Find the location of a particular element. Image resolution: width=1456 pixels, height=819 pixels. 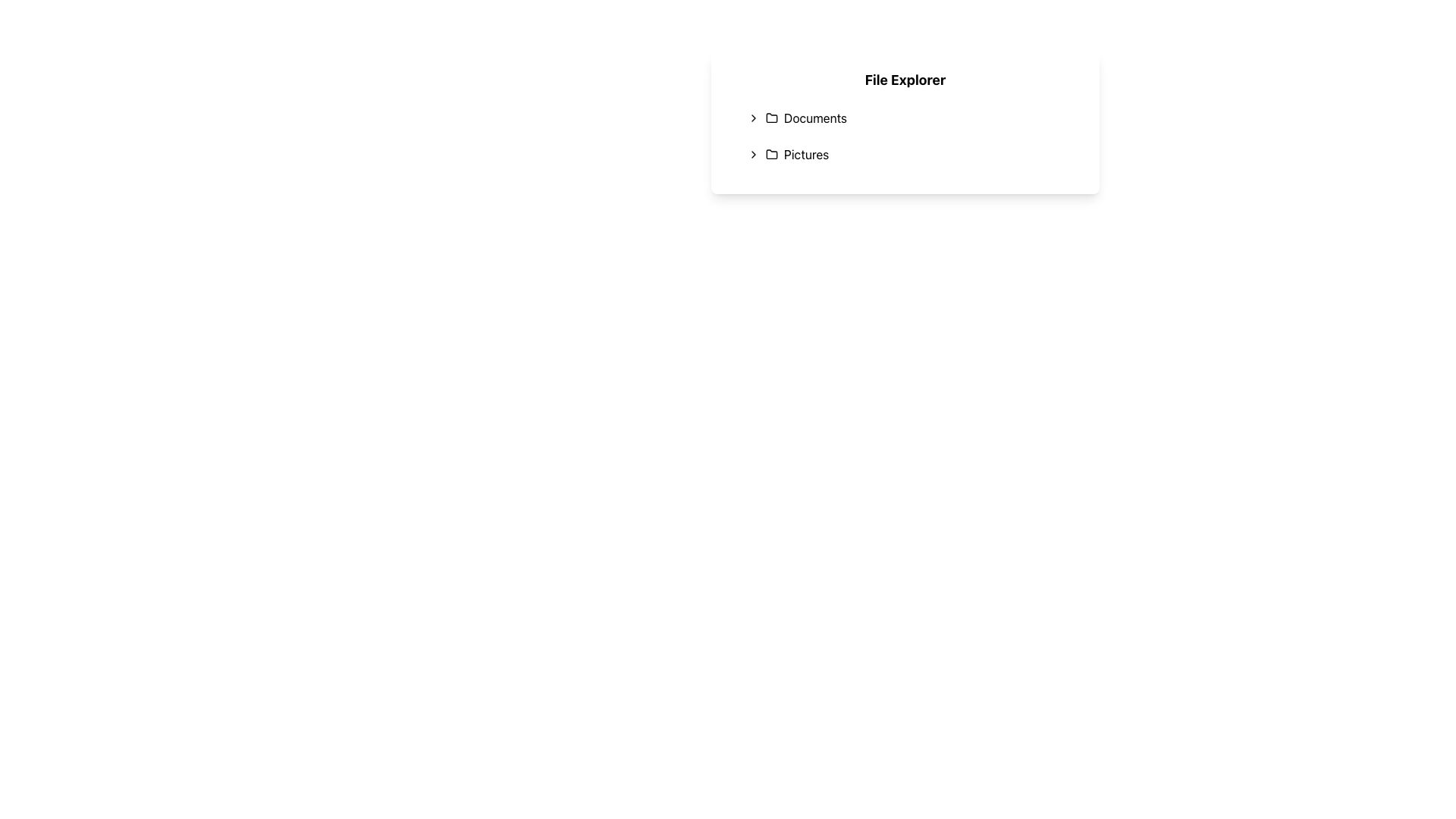

the Label indicating the section for exploring files, located at the top within a white, shadowed, rounded rectangle is located at coordinates (905, 80).